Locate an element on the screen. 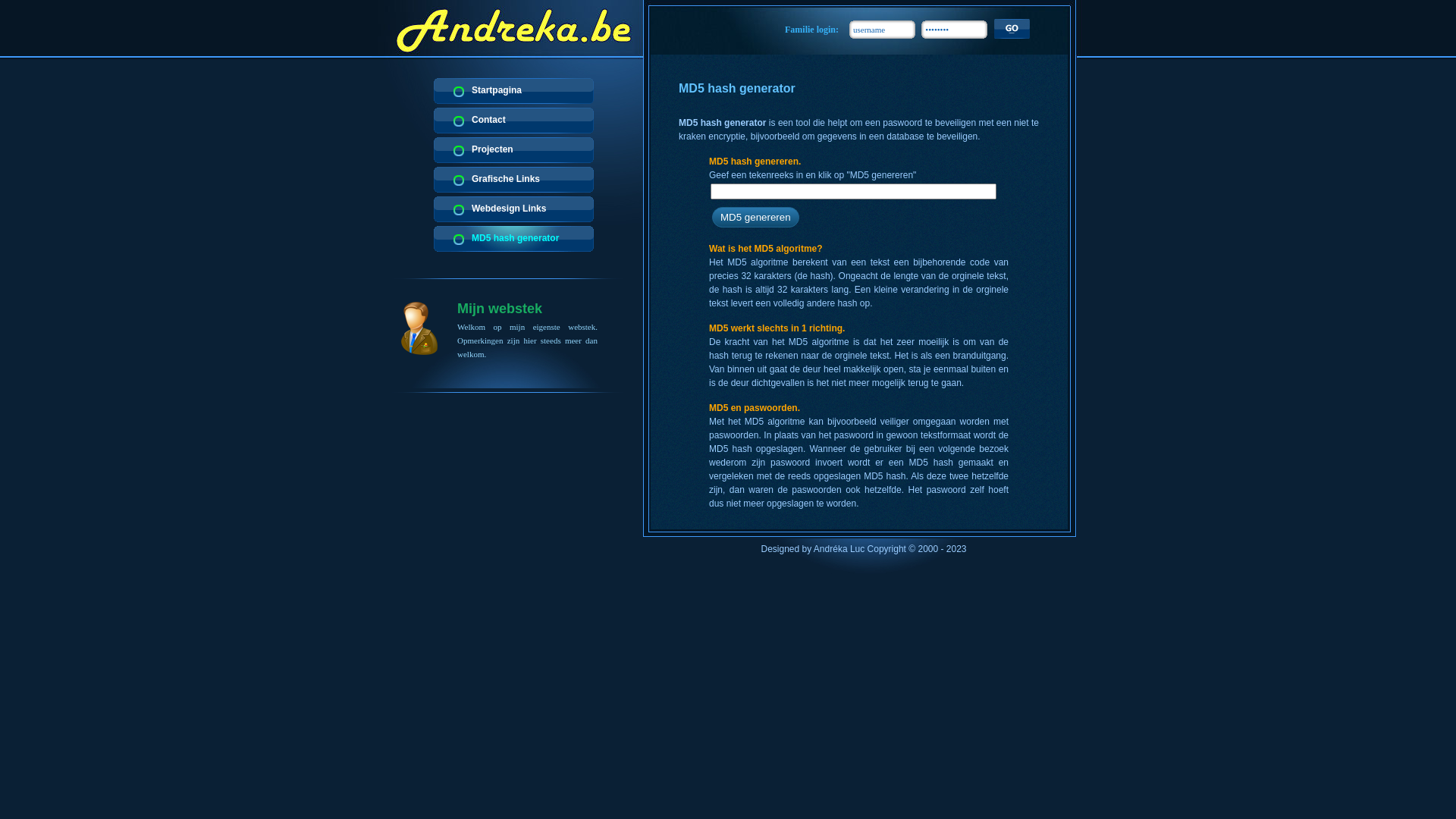 The height and width of the screenshot is (819, 1456). 'Grafische Links' is located at coordinates (513, 178).